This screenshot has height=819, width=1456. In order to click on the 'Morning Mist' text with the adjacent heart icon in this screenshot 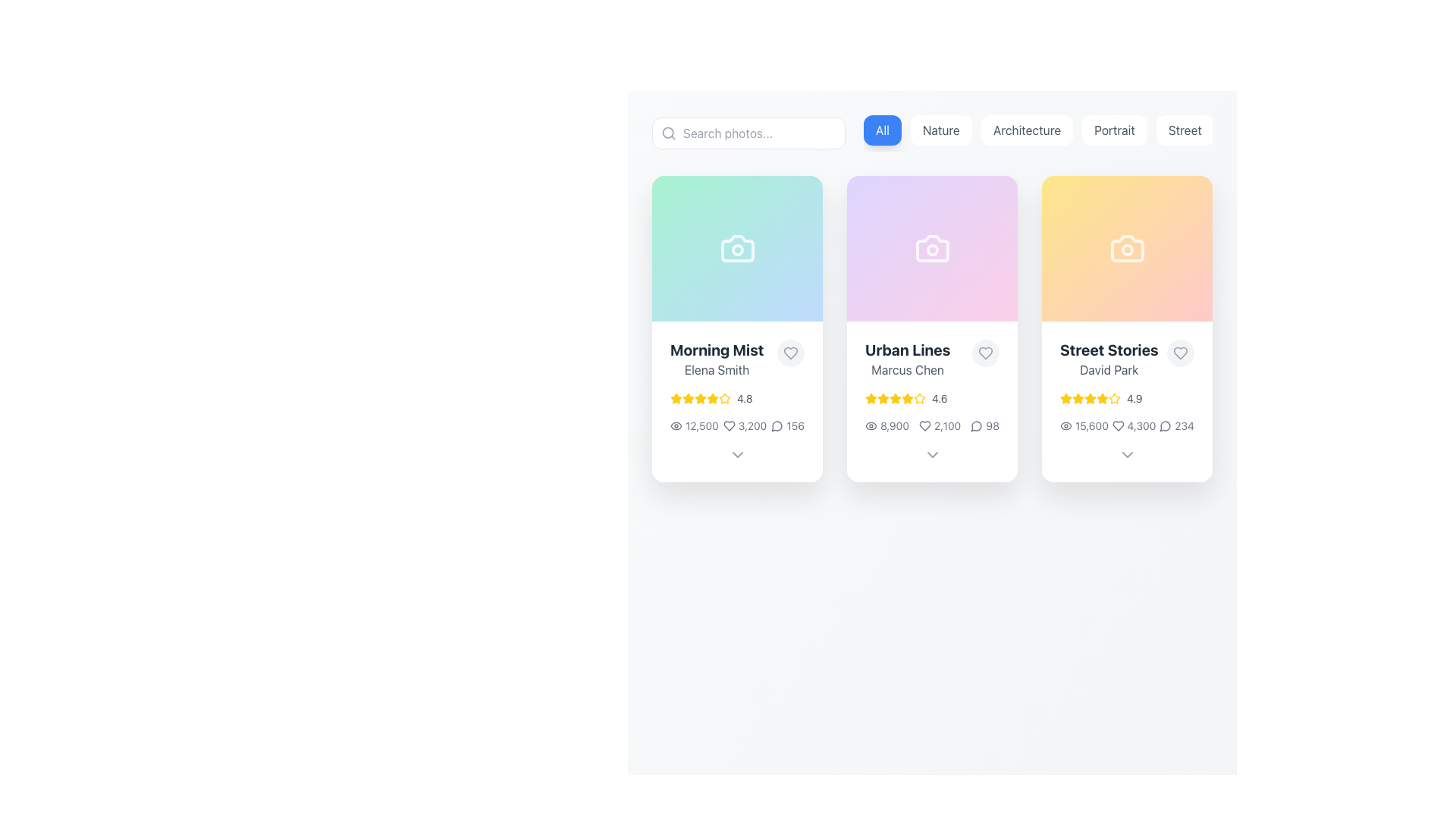, I will do `click(737, 359)`.